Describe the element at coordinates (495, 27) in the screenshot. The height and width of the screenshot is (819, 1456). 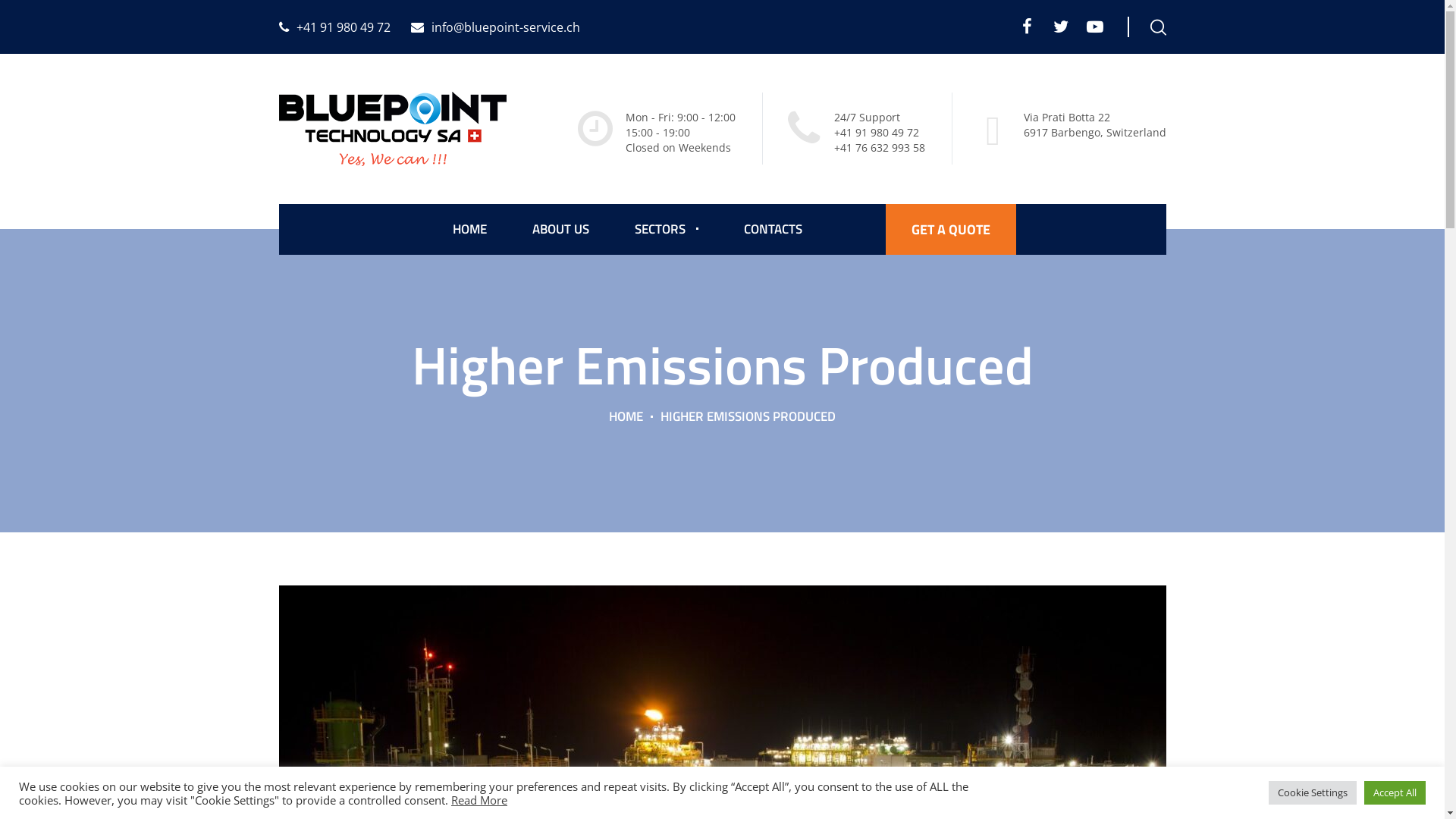
I see `'info@bluepoint-service.ch'` at that location.